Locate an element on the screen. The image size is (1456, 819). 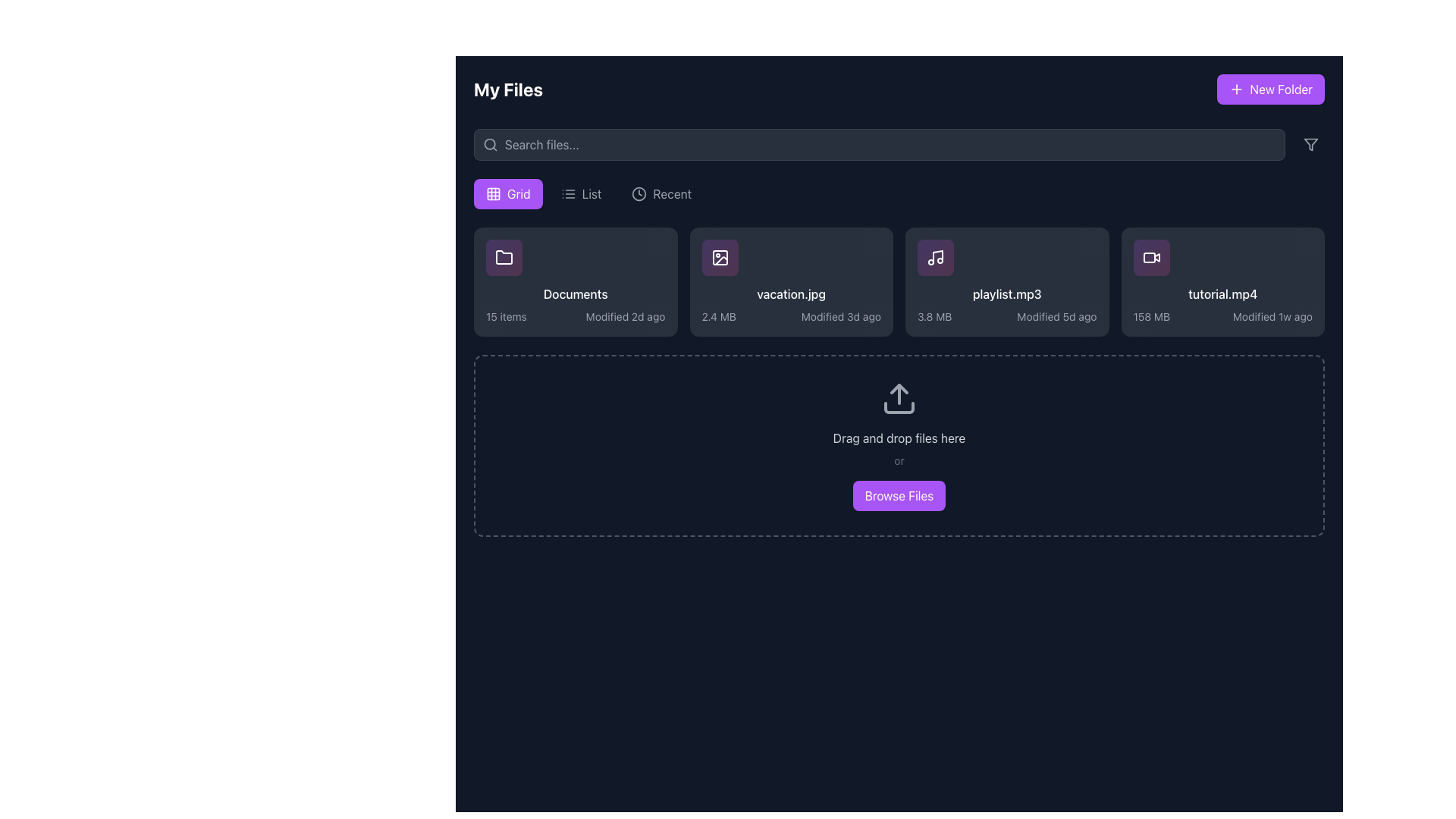
the image file icon located in the second item group of the interface, which serves as a visual representation for image file types is located at coordinates (720, 259).